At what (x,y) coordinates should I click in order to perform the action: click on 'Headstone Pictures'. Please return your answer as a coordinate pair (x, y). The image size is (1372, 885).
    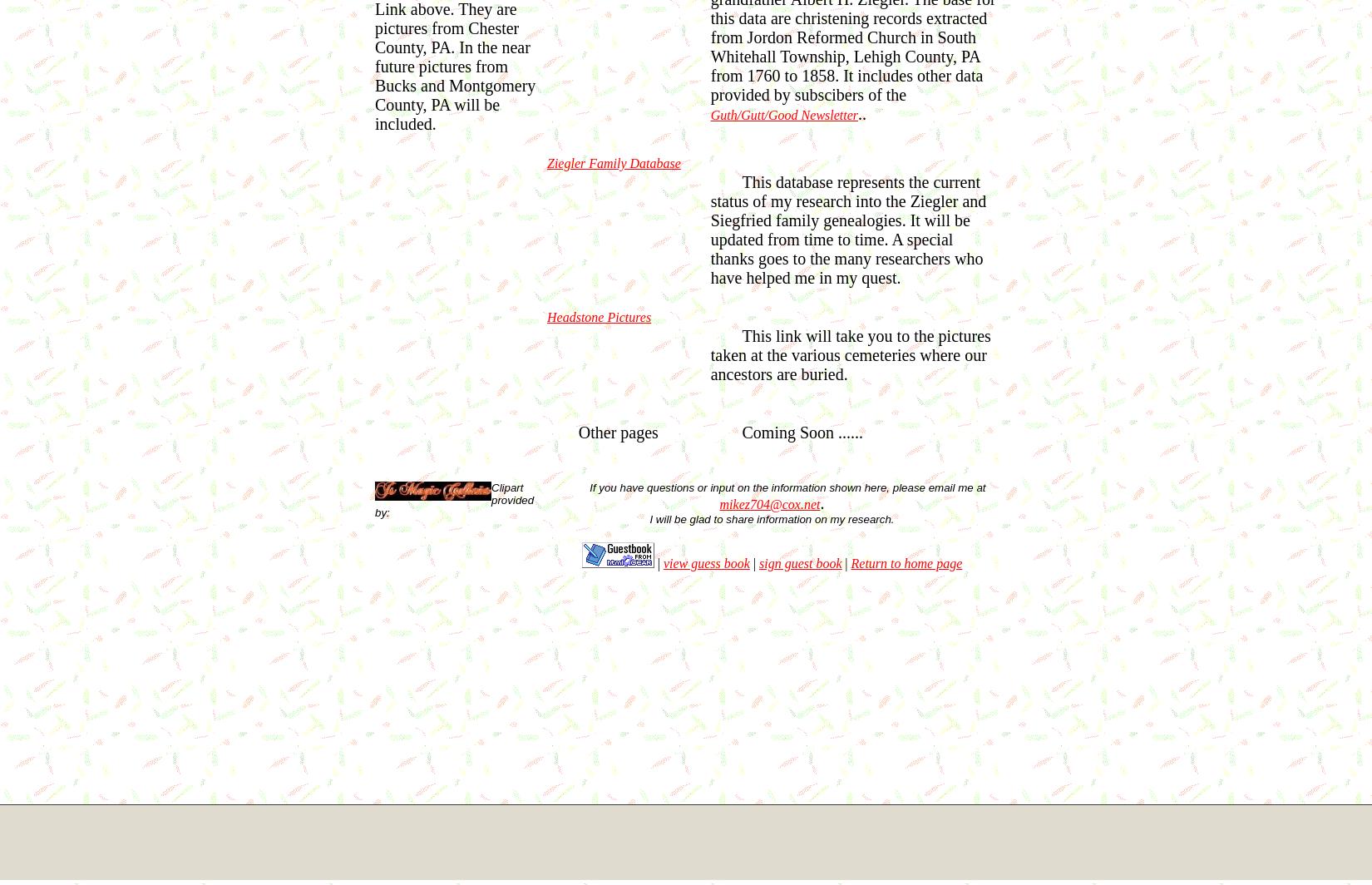
    Looking at the image, I should click on (546, 316).